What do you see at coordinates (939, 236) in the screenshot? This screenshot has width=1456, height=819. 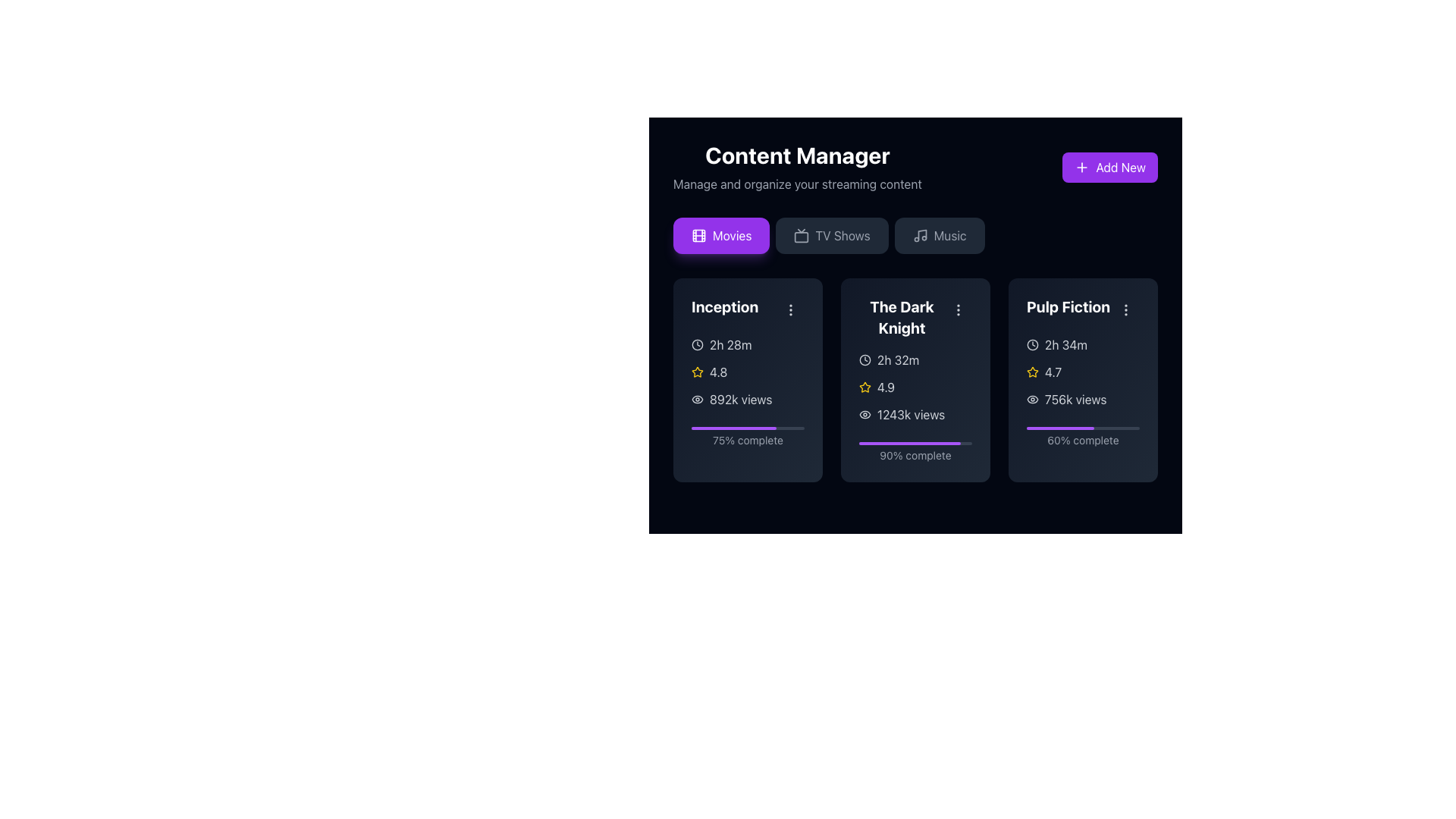 I see `the 'Music' button which has a dark gray background and a music note icon on the left` at bounding box center [939, 236].